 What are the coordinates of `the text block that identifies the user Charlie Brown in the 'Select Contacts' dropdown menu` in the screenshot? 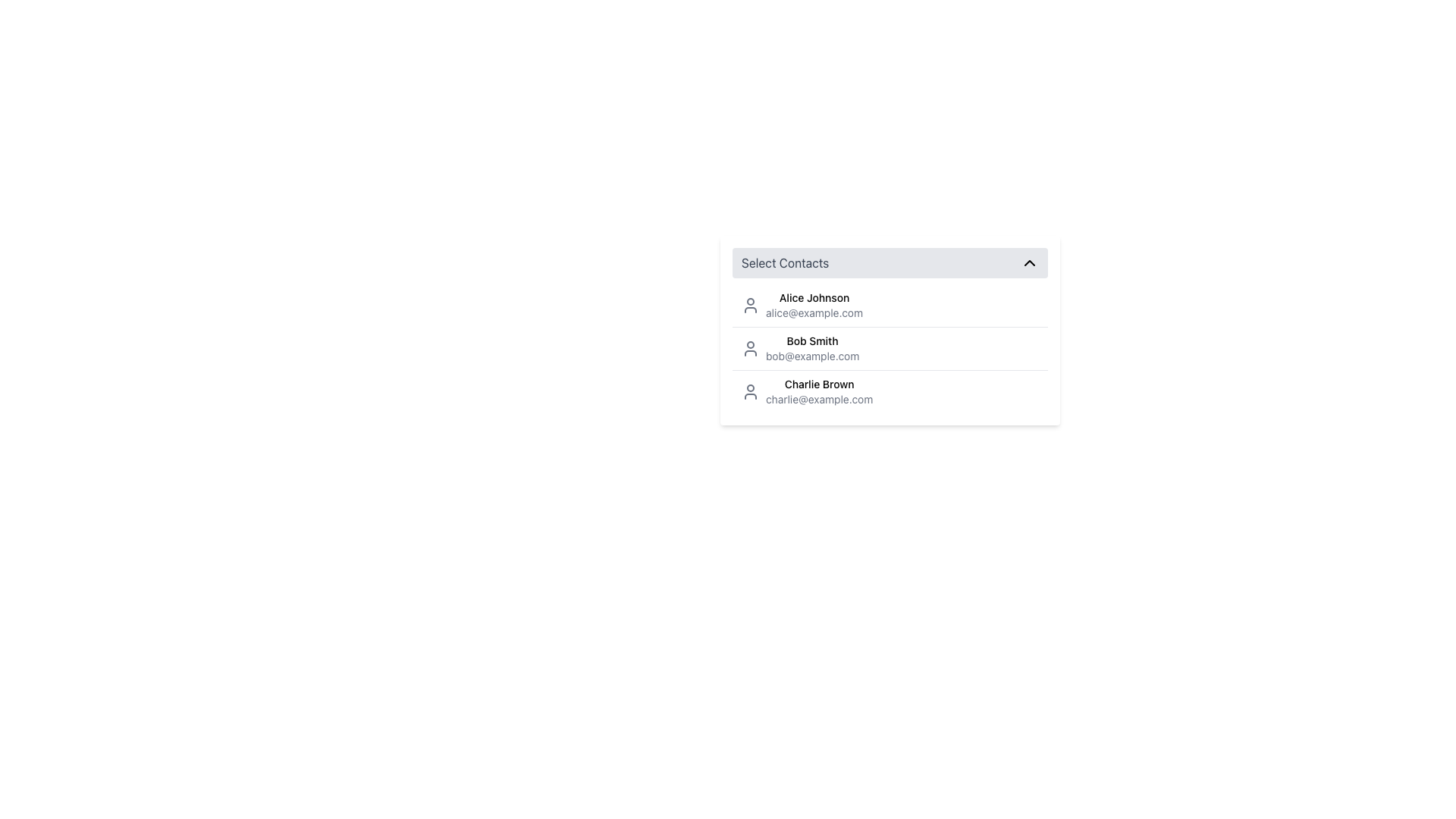 It's located at (818, 391).